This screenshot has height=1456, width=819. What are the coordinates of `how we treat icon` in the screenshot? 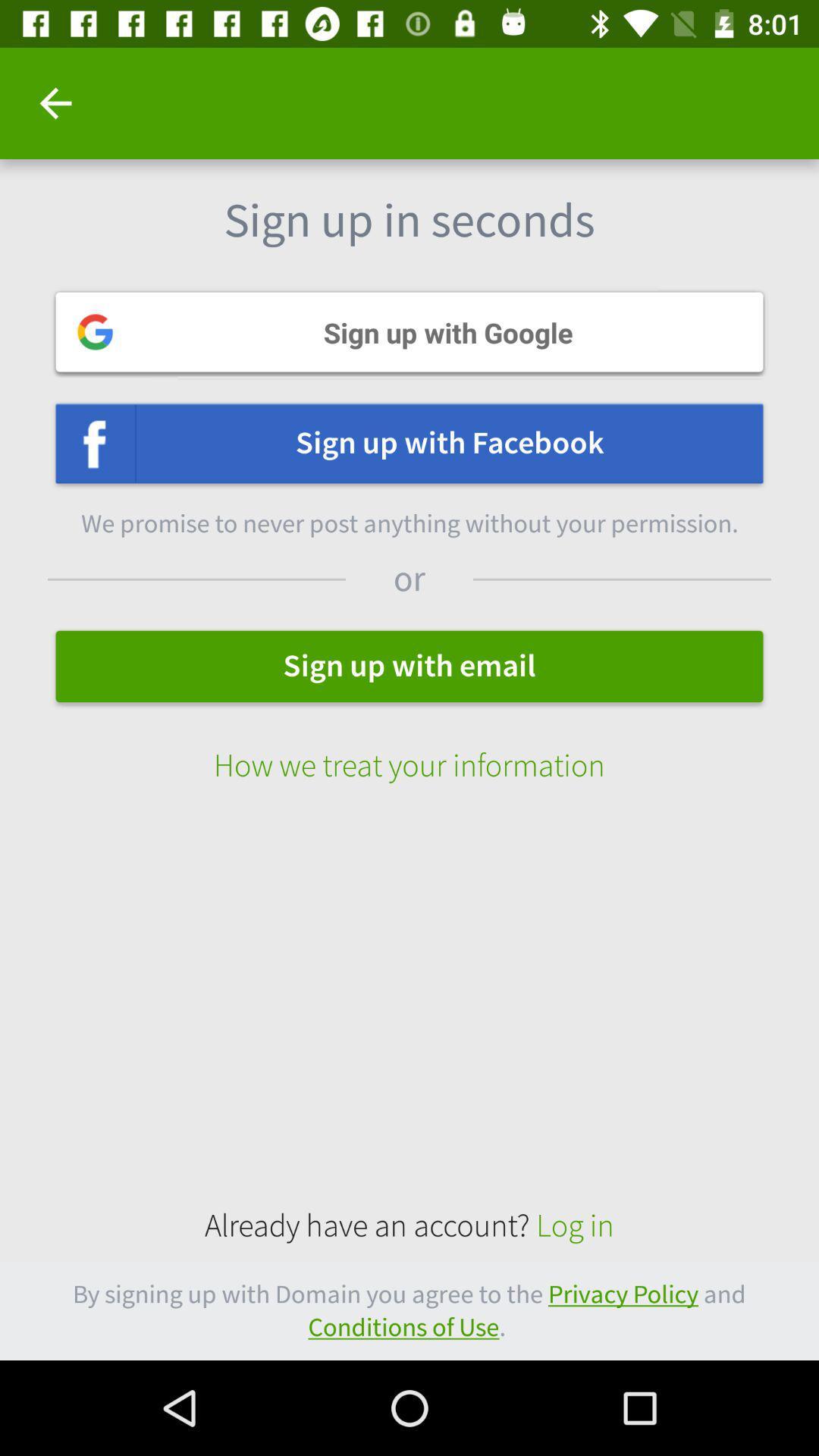 It's located at (409, 750).